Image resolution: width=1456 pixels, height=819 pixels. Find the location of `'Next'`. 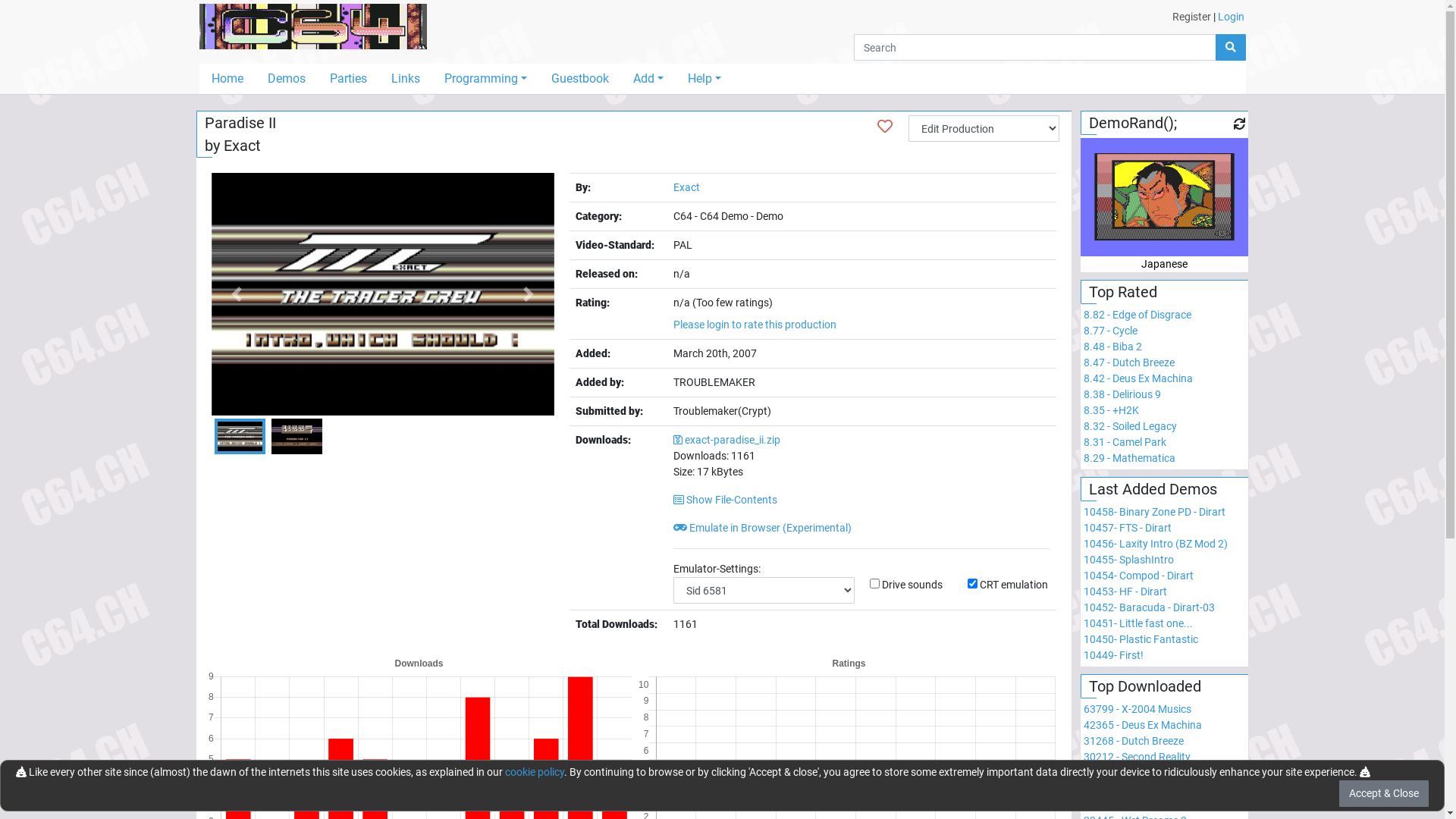

'Next' is located at coordinates (528, 294).